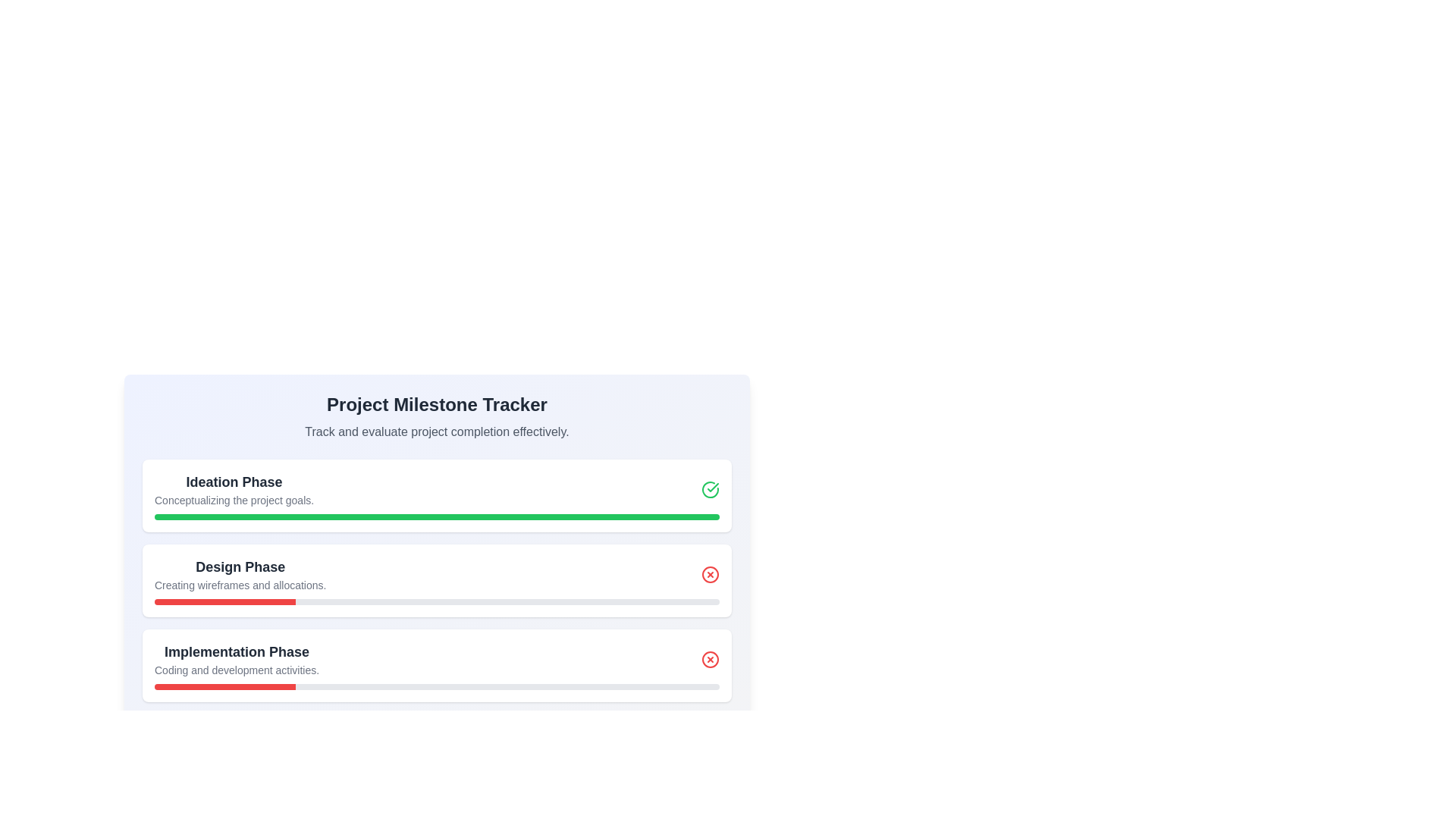 The width and height of the screenshot is (1456, 819). What do you see at coordinates (224, 601) in the screenshot?
I see `the Progress bar indicator that visually represents the completion status of the 'Design Phase' task, located below the title 'Design Phase' and its descriptive text 'Creating wireframes and allocations.'` at bounding box center [224, 601].